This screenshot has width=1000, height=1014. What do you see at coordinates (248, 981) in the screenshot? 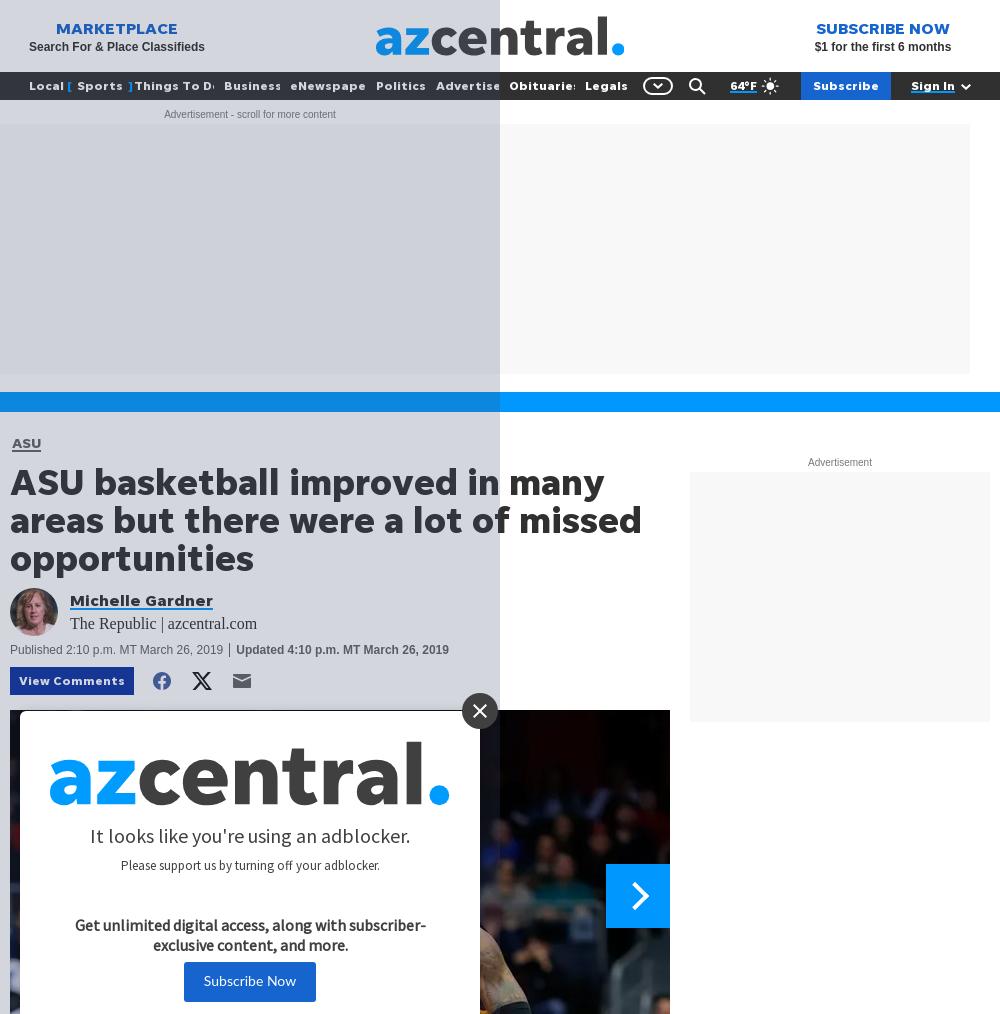
I see `'Subscribe Now'` at bounding box center [248, 981].